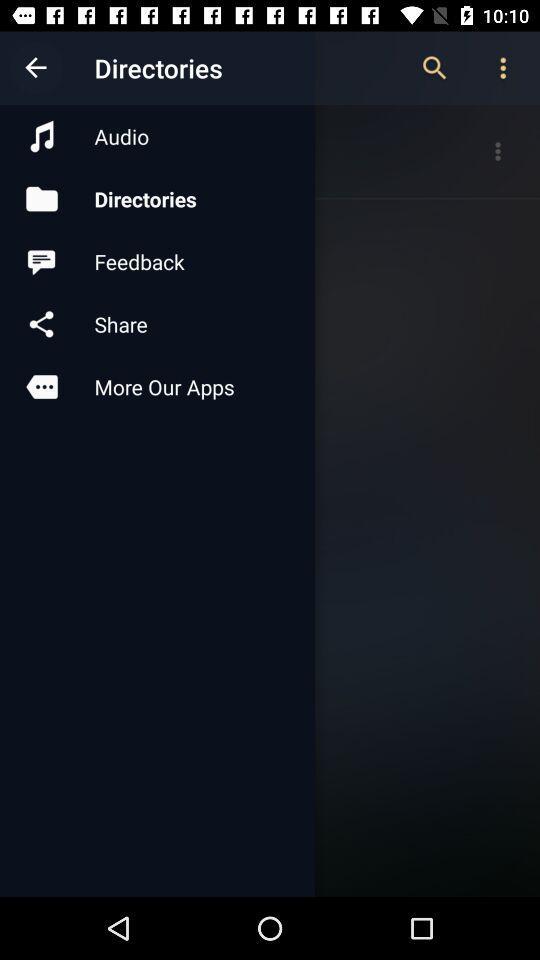 The image size is (540, 960). Describe the element at coordinates (36, 68) in the screenshot. I see `item next to the directories` at that location.